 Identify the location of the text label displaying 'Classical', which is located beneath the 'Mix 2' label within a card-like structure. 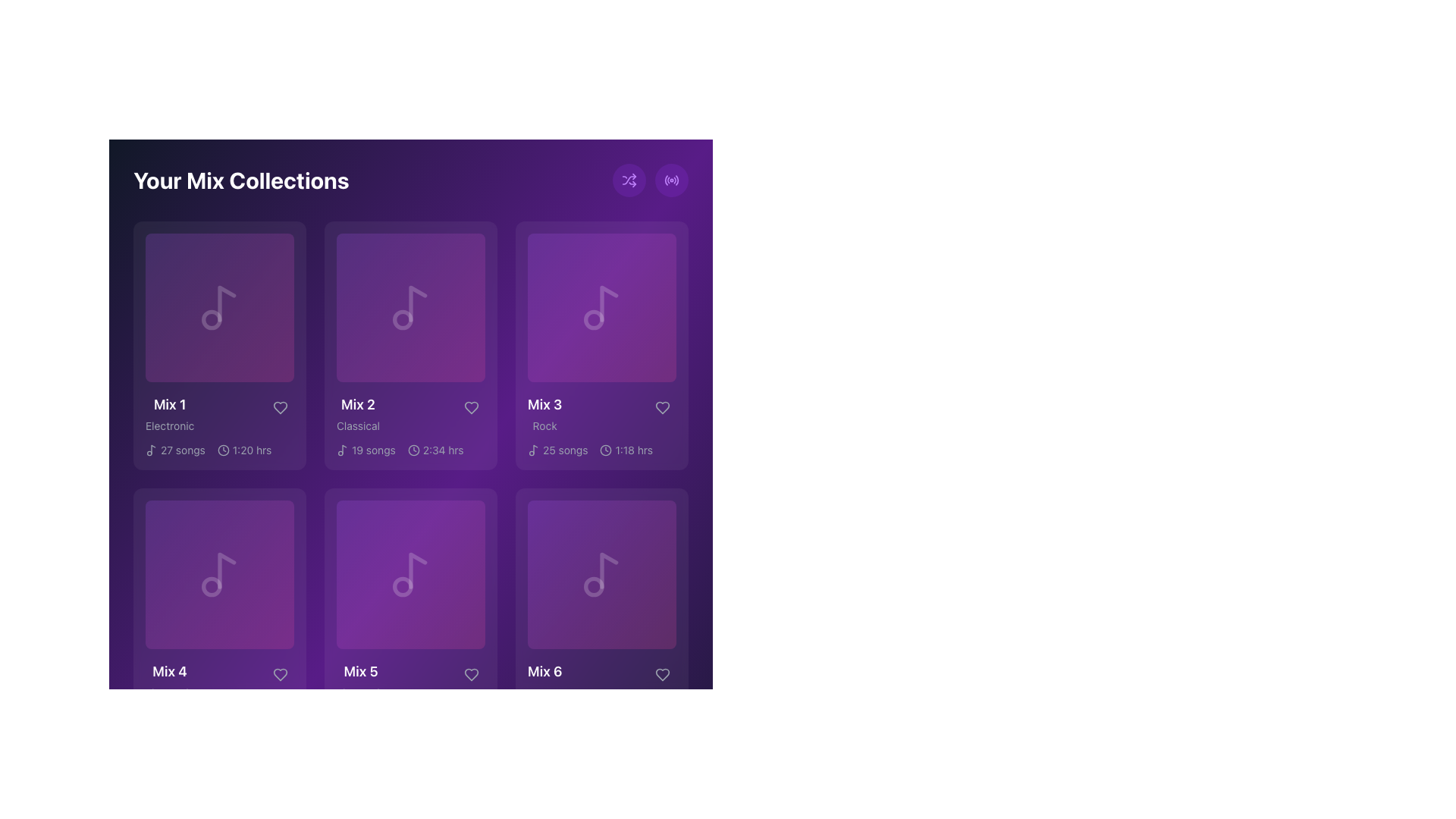
(357, 426).